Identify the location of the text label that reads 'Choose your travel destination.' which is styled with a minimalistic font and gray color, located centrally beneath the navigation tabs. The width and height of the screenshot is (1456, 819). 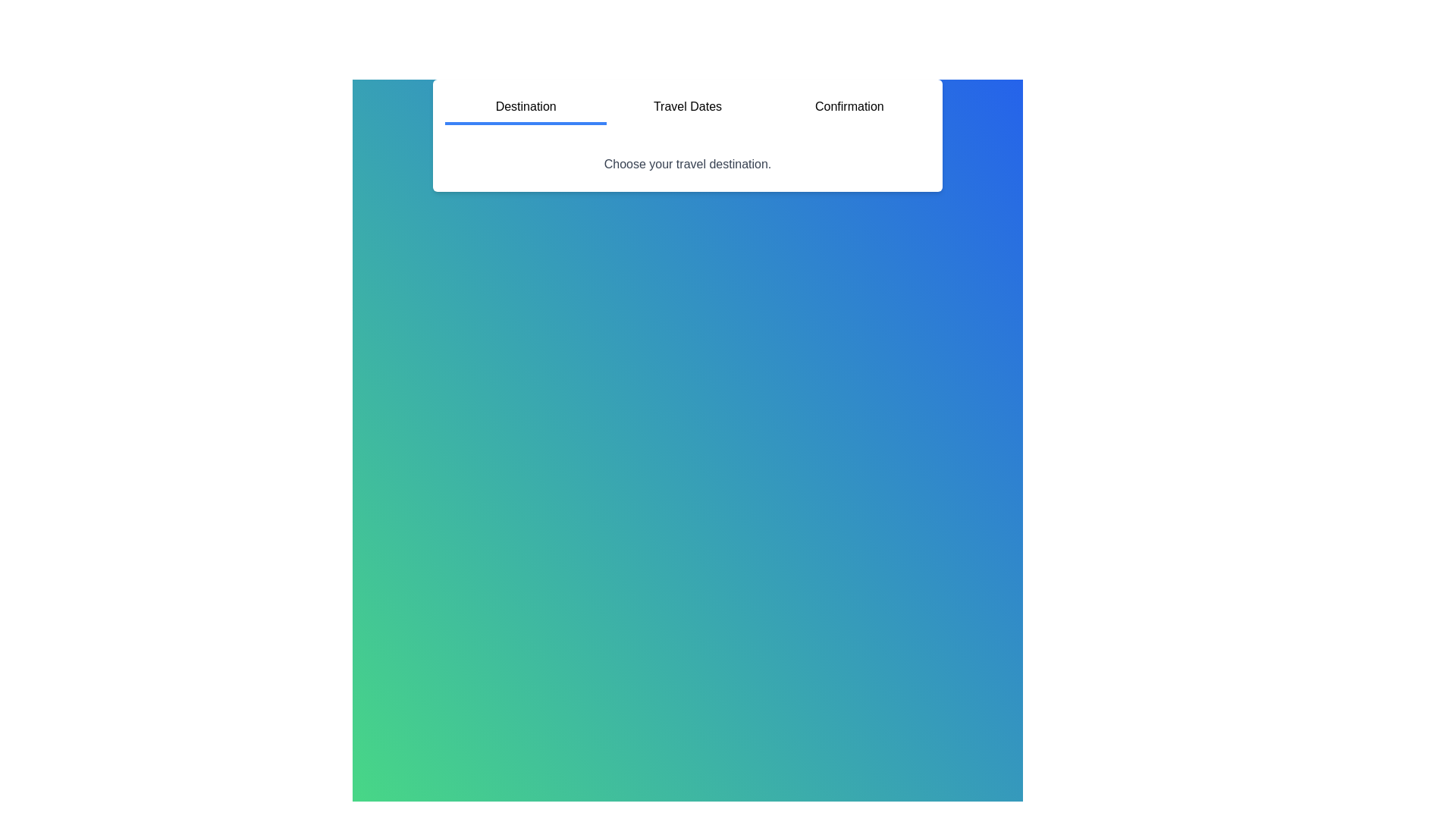
(687, 164).